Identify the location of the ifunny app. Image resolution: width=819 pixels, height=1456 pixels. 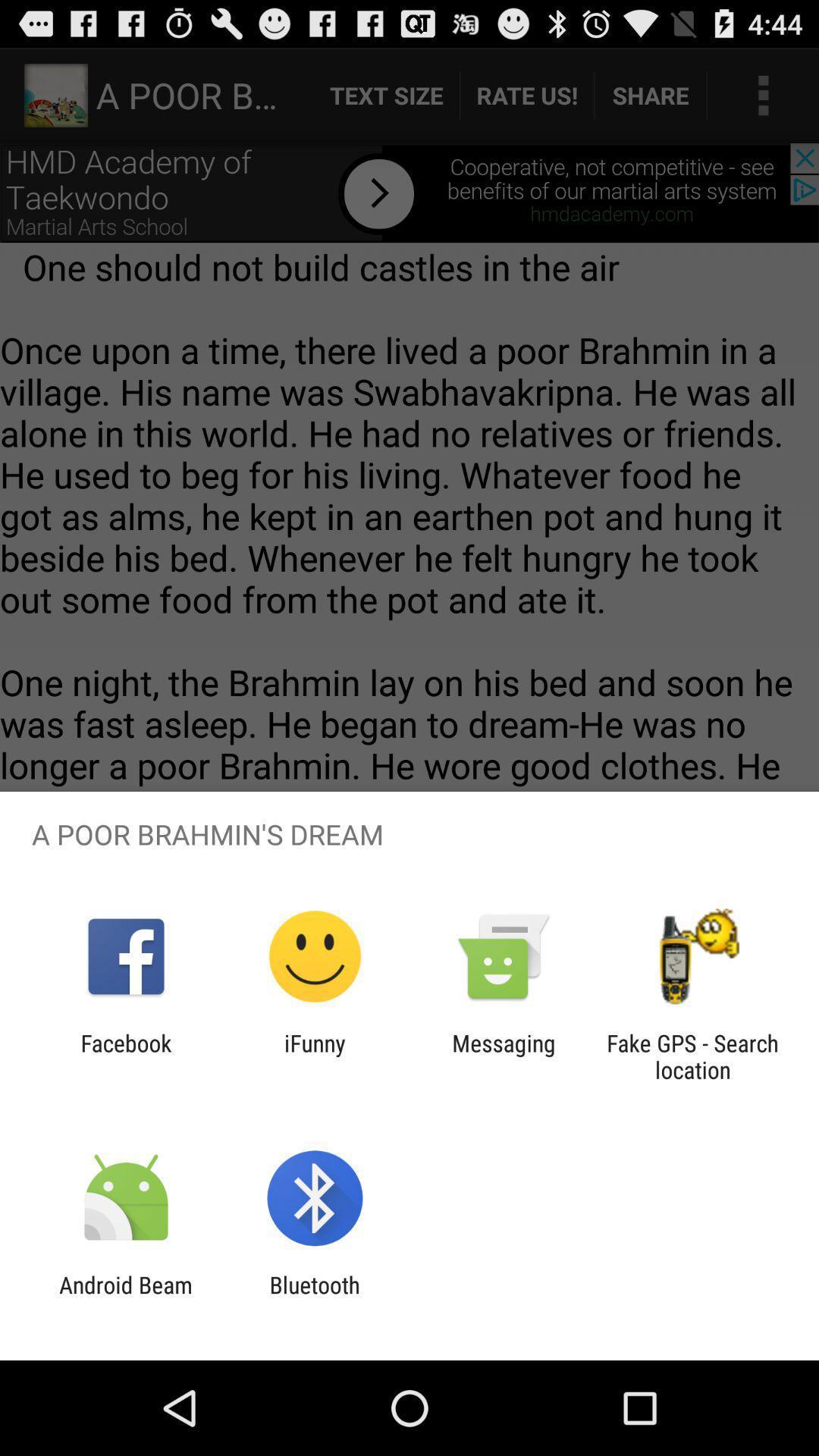
(314, 1056).